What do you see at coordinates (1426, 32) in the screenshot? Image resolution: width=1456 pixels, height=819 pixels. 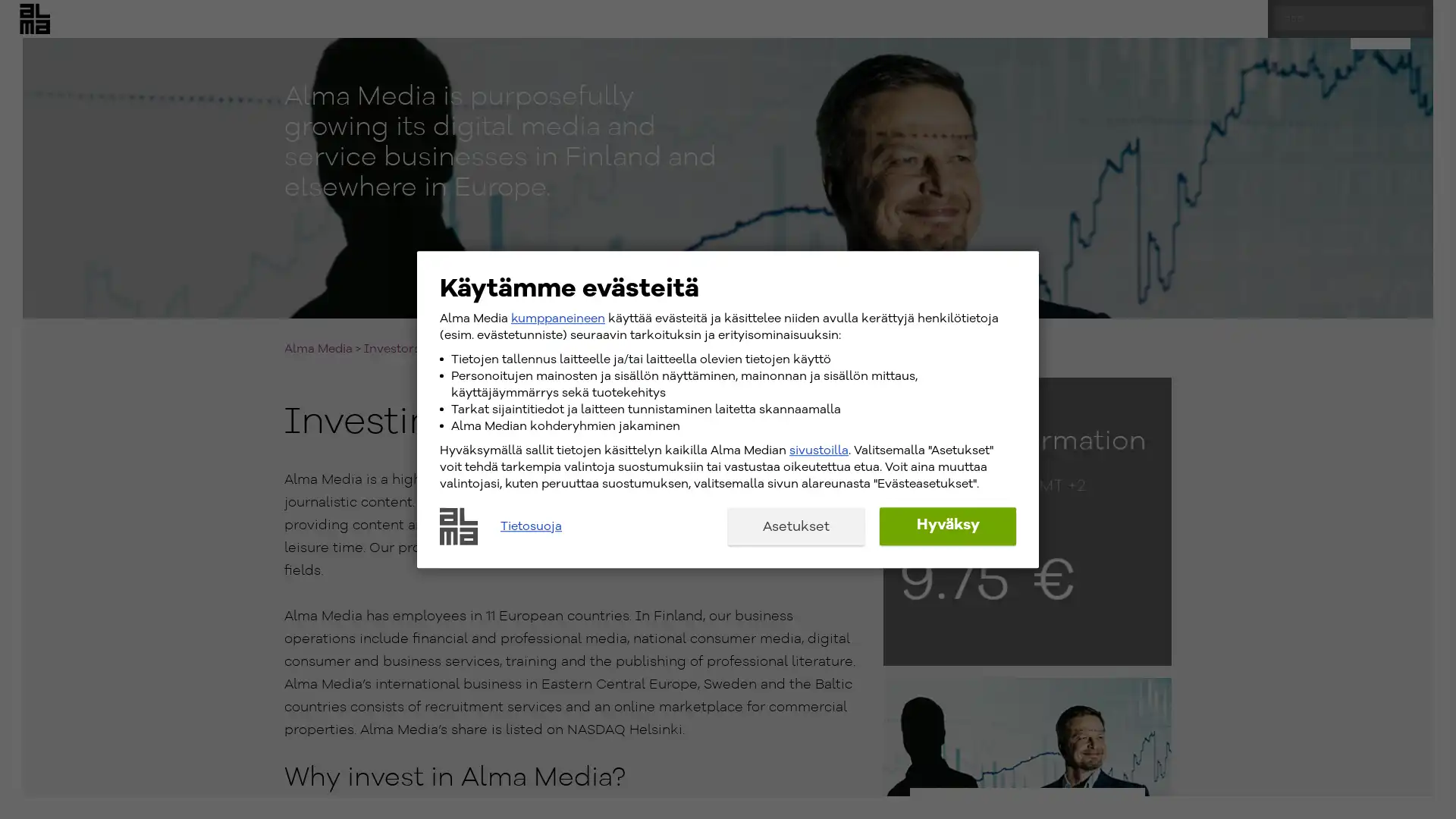 I see `Hae` at bounding box center [1426, 32].